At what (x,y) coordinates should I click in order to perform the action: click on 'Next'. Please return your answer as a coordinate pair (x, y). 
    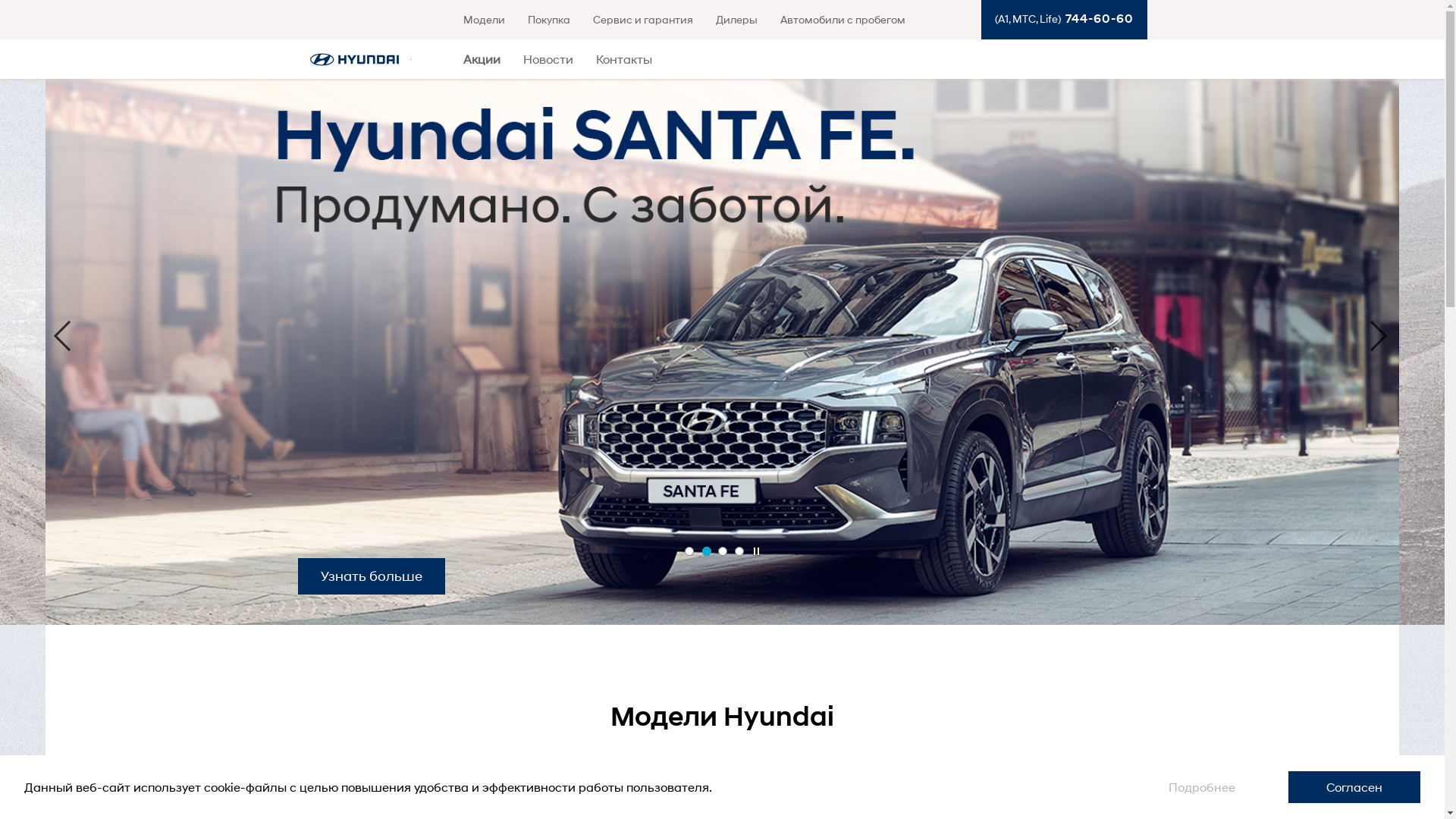
    Looking at the image, I should click on (1379, 335).